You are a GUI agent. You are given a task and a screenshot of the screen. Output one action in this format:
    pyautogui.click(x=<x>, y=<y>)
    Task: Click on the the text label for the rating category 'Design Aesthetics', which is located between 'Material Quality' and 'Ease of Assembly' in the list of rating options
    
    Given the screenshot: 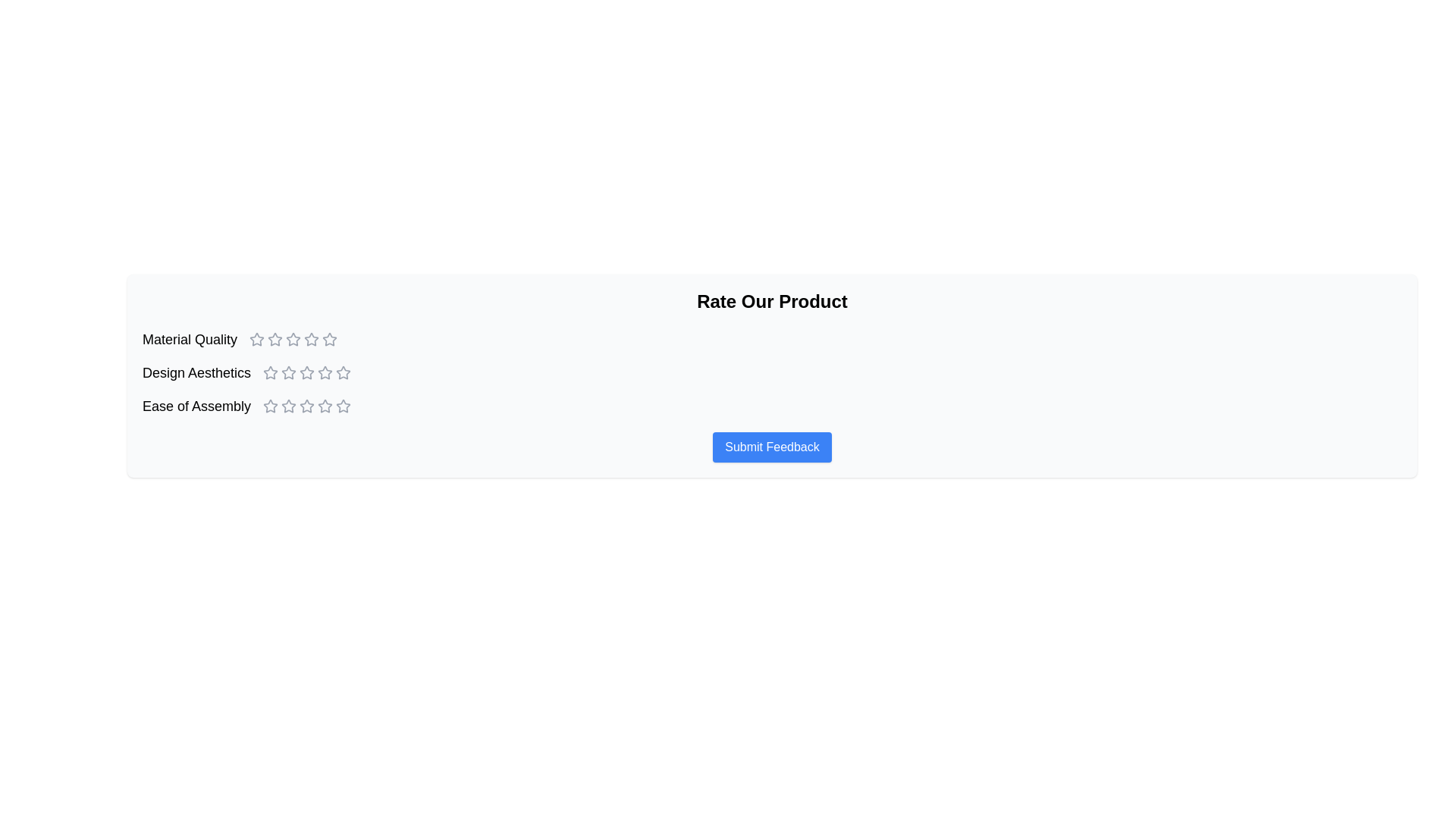 What is the action you would take?
    pyautogui.click(x=196, y=373)
    